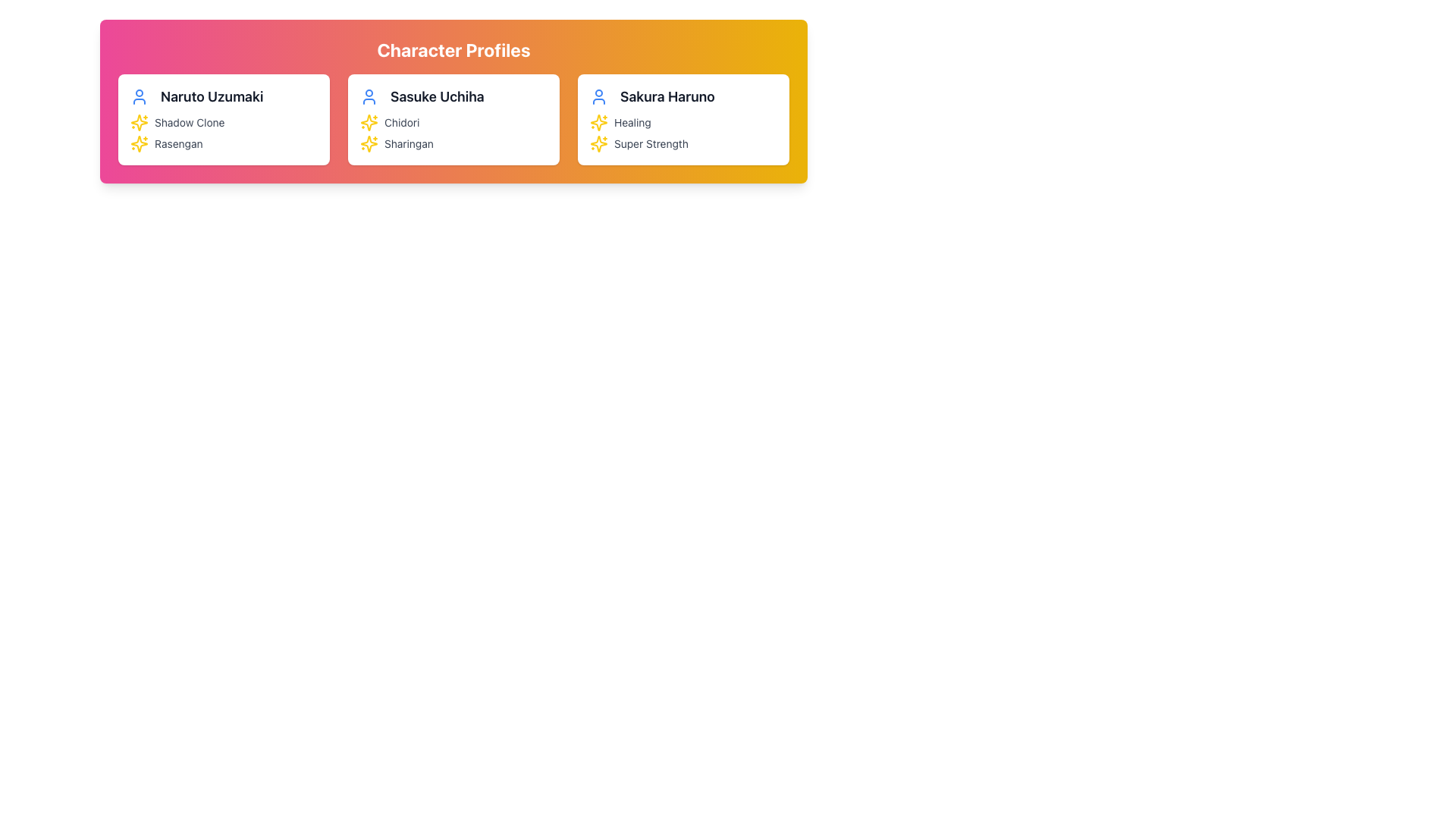  What do you see at coordinates (139, 143) in the screenshot?
I see `the star-shaped yellow icon associated with Naruto Uzumaki's profile, which is the first icon below the name` at bounding box center [139, 143].